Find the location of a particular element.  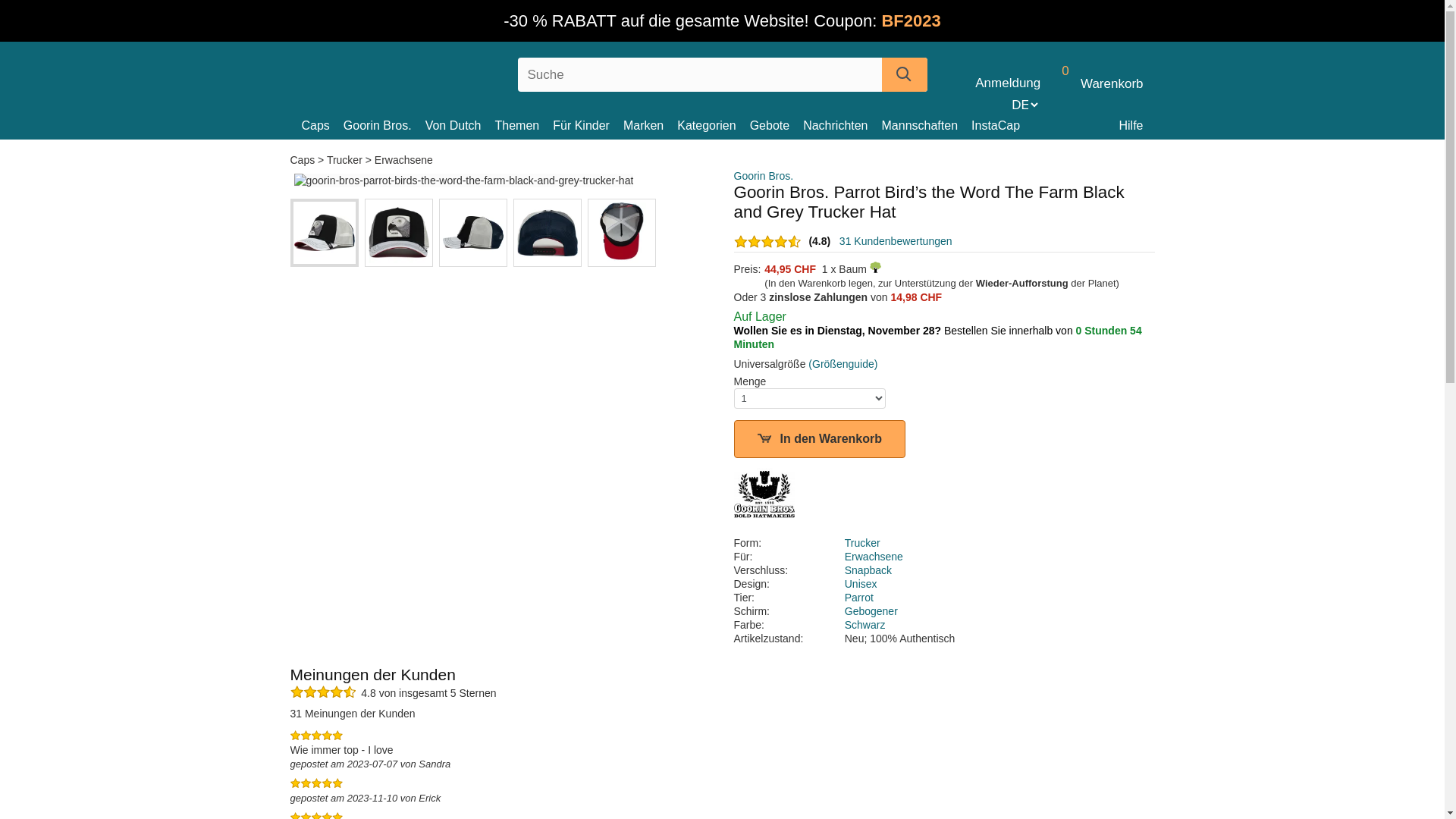

'Caps' is located at coordinates (302, 124).